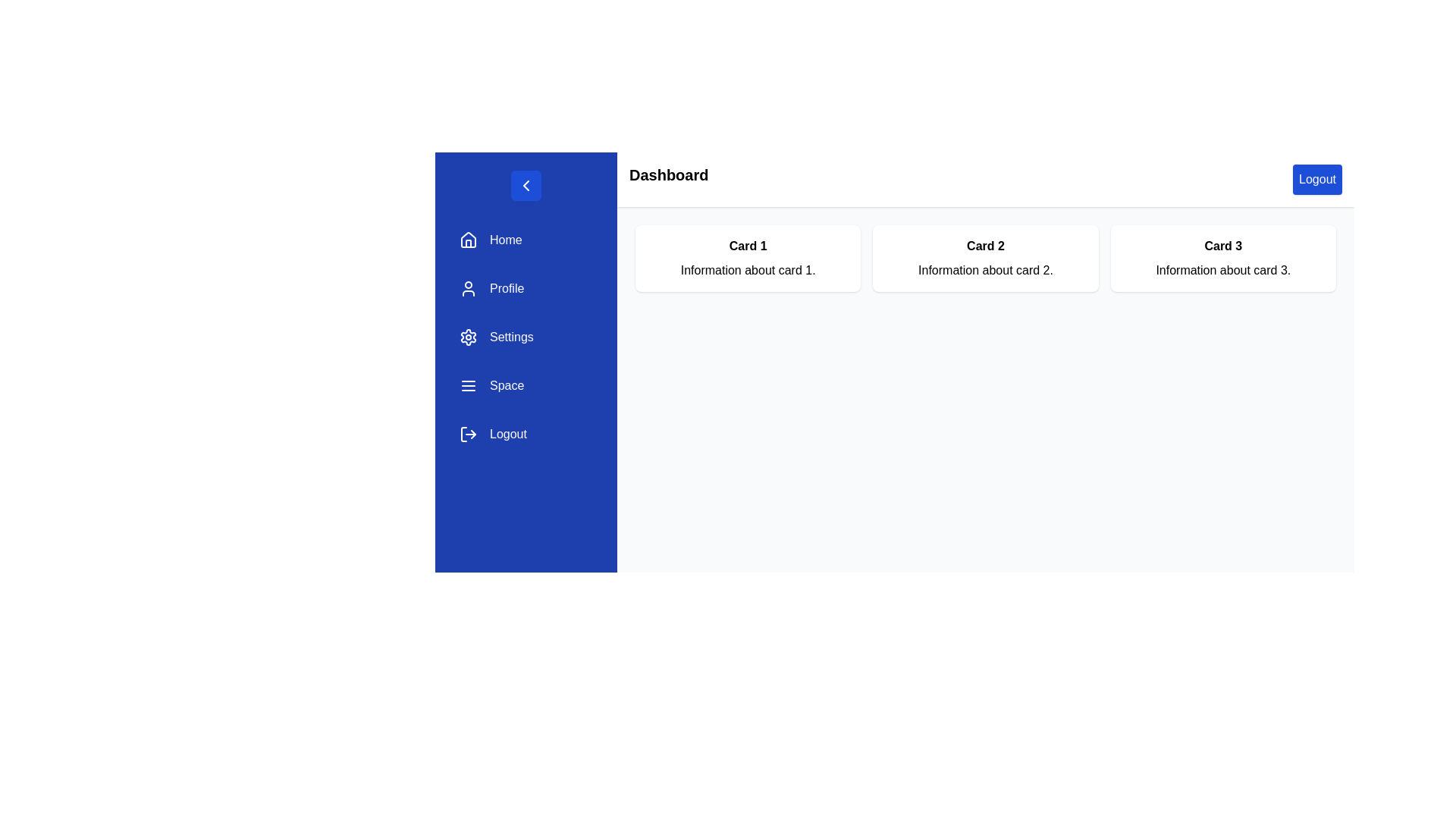  Describe the element at coordinates (526, 185) in the screenshot. I see `the toggle button located at the top-left corner of the sidebar` at that location.